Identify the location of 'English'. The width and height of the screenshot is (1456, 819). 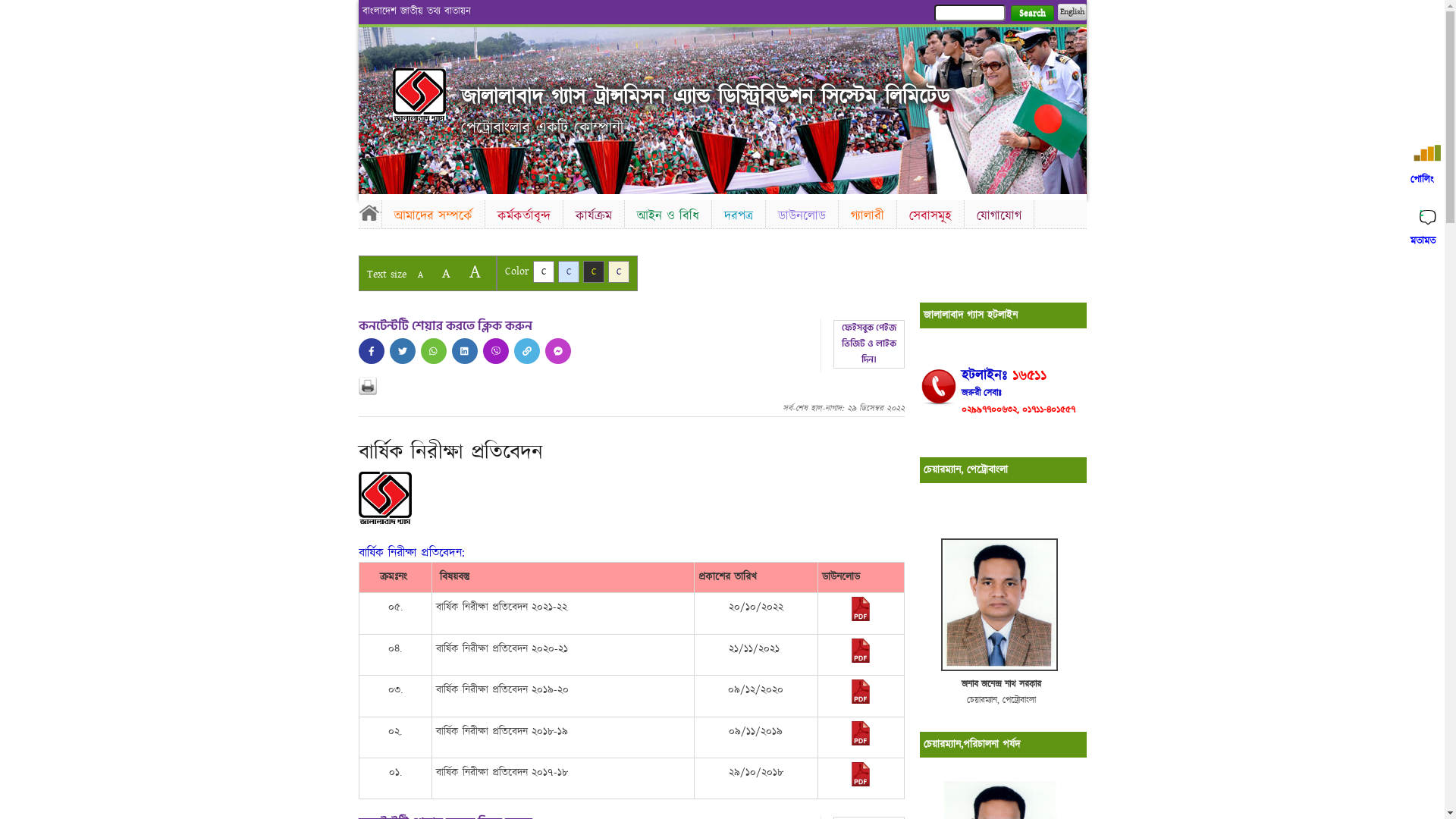
(1056, 11).